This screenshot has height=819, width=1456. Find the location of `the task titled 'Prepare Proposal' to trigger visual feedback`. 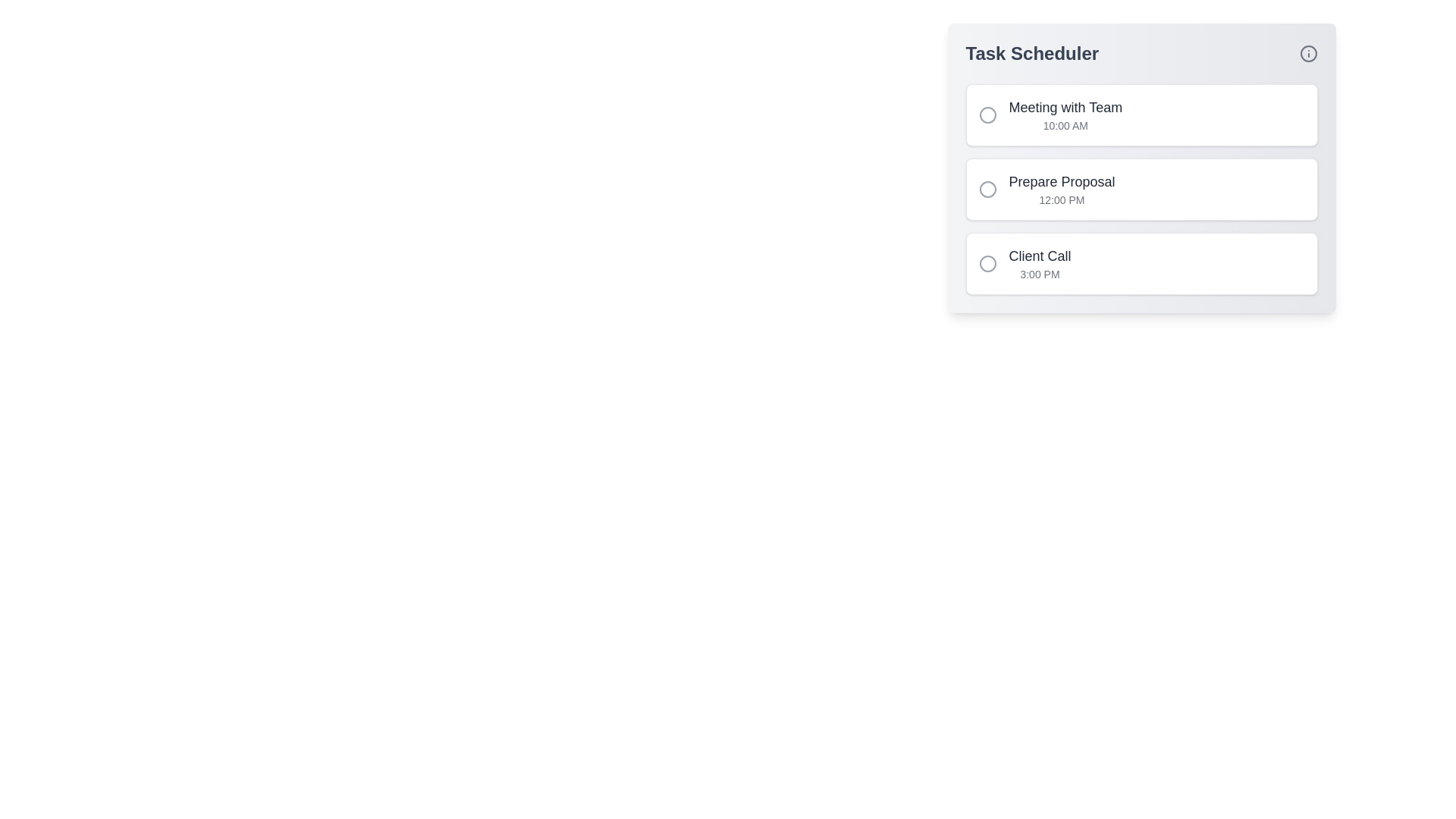

the task titled 'Prepare Proposal' to trigger visual feedback is located at coordinates (1141, 189).